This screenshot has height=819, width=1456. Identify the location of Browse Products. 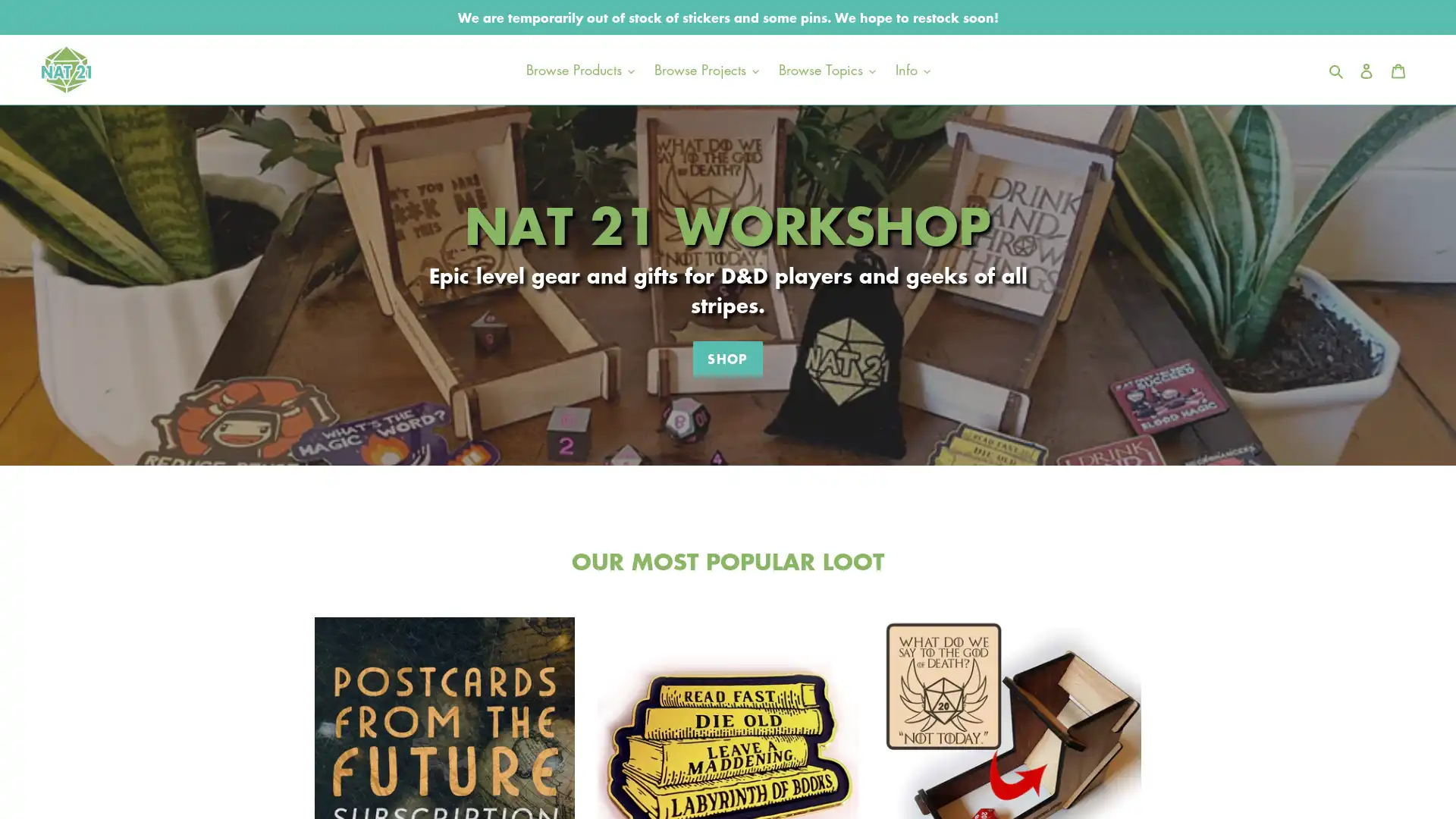
(579, 69).